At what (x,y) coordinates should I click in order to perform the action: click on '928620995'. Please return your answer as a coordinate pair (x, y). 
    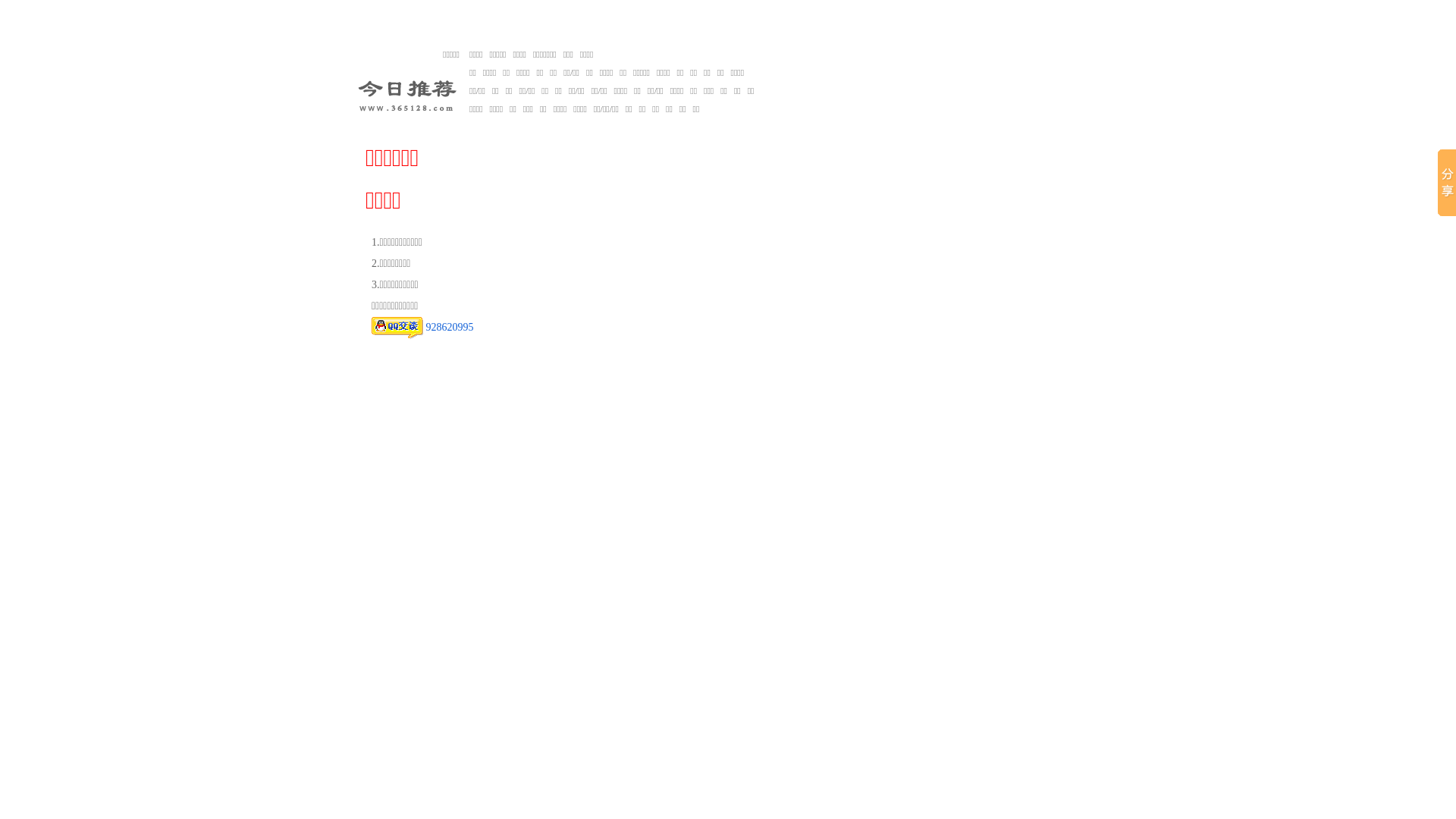
    Looking at the image, I should click on (422, 326).